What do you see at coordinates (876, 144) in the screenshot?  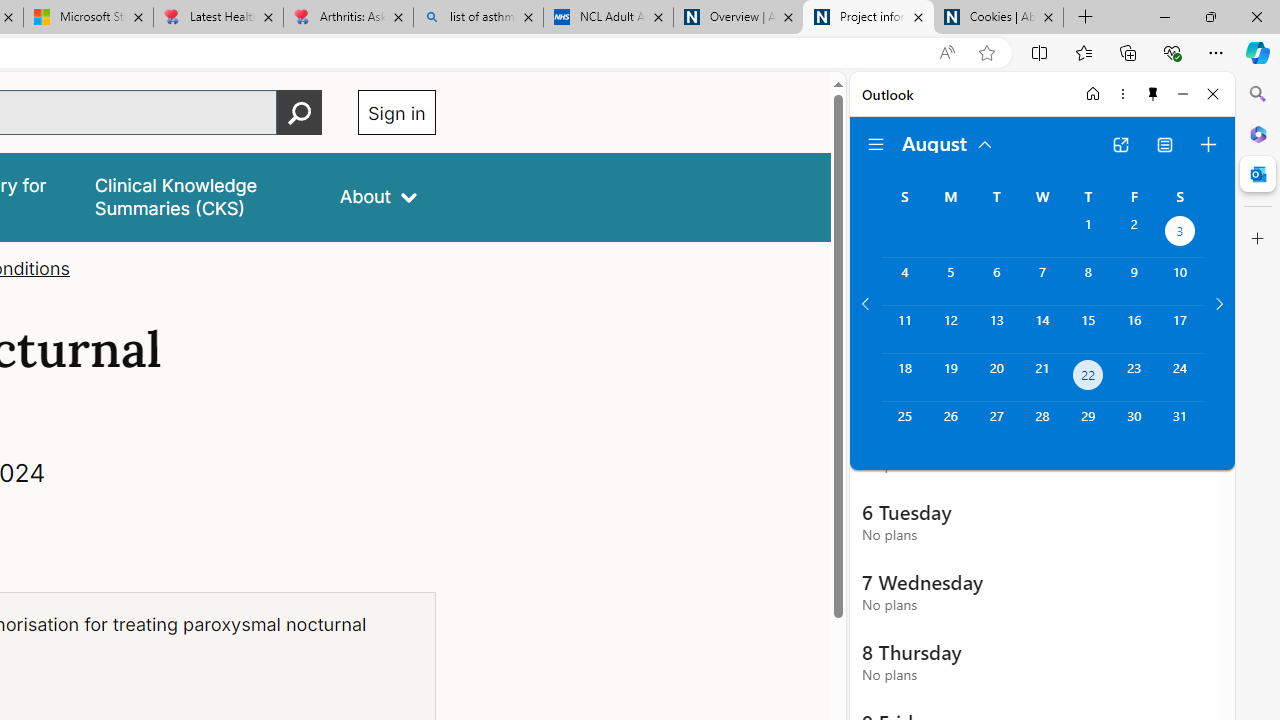 I see `'Folder navigation'` at bounding box center [876, 144].